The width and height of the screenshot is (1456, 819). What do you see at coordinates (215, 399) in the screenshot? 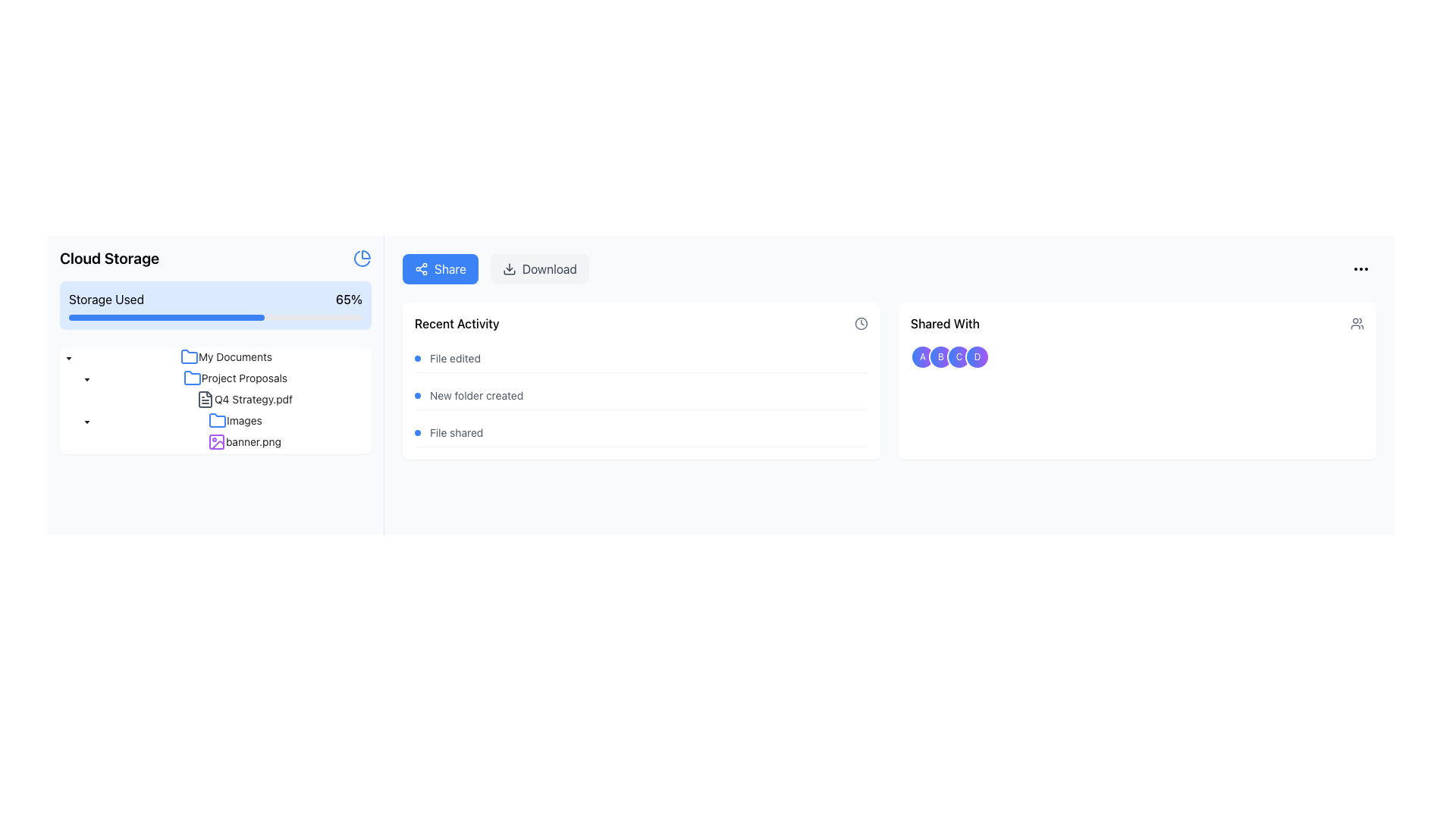
I see `the TreeView item labeled 'Q4 Strategy.pdf'` at bounding box center [215, 399].